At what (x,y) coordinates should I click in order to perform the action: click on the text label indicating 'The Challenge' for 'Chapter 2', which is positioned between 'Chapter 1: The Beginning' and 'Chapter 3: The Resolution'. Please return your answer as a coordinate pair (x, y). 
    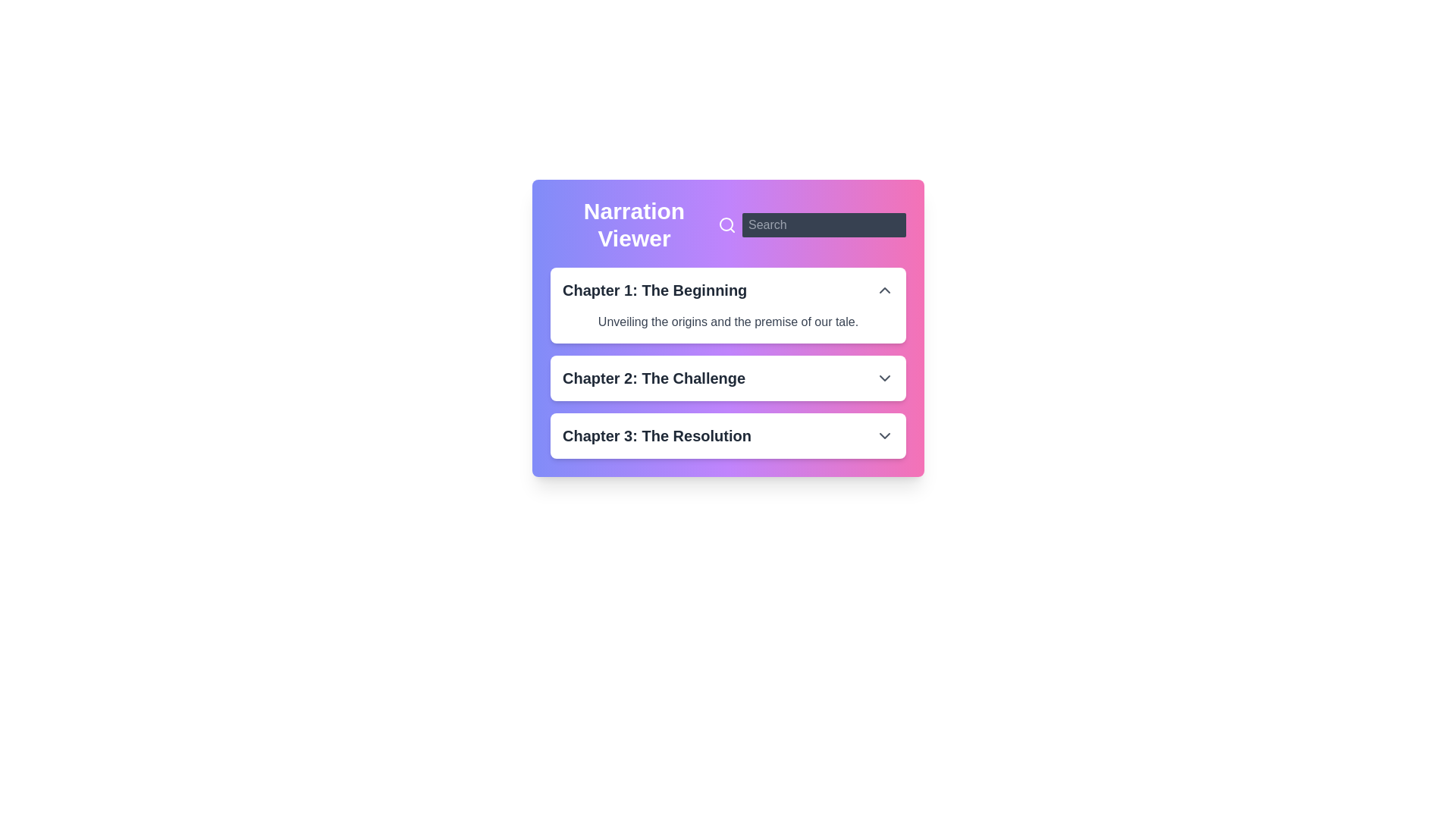
    Looking at the image, I should click on (654, 377).